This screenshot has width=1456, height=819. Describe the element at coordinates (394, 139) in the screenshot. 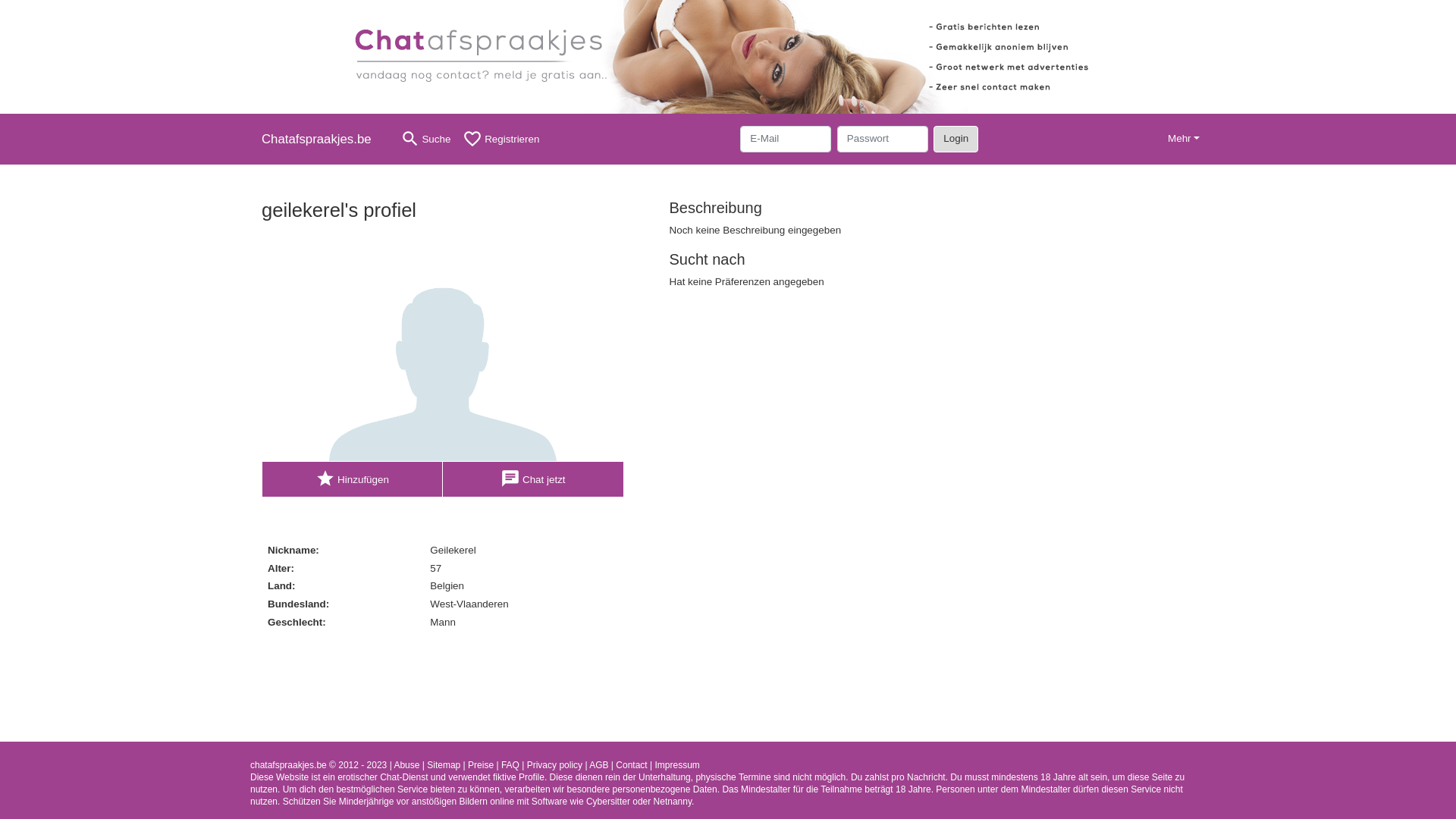

I see `'search` at that location.